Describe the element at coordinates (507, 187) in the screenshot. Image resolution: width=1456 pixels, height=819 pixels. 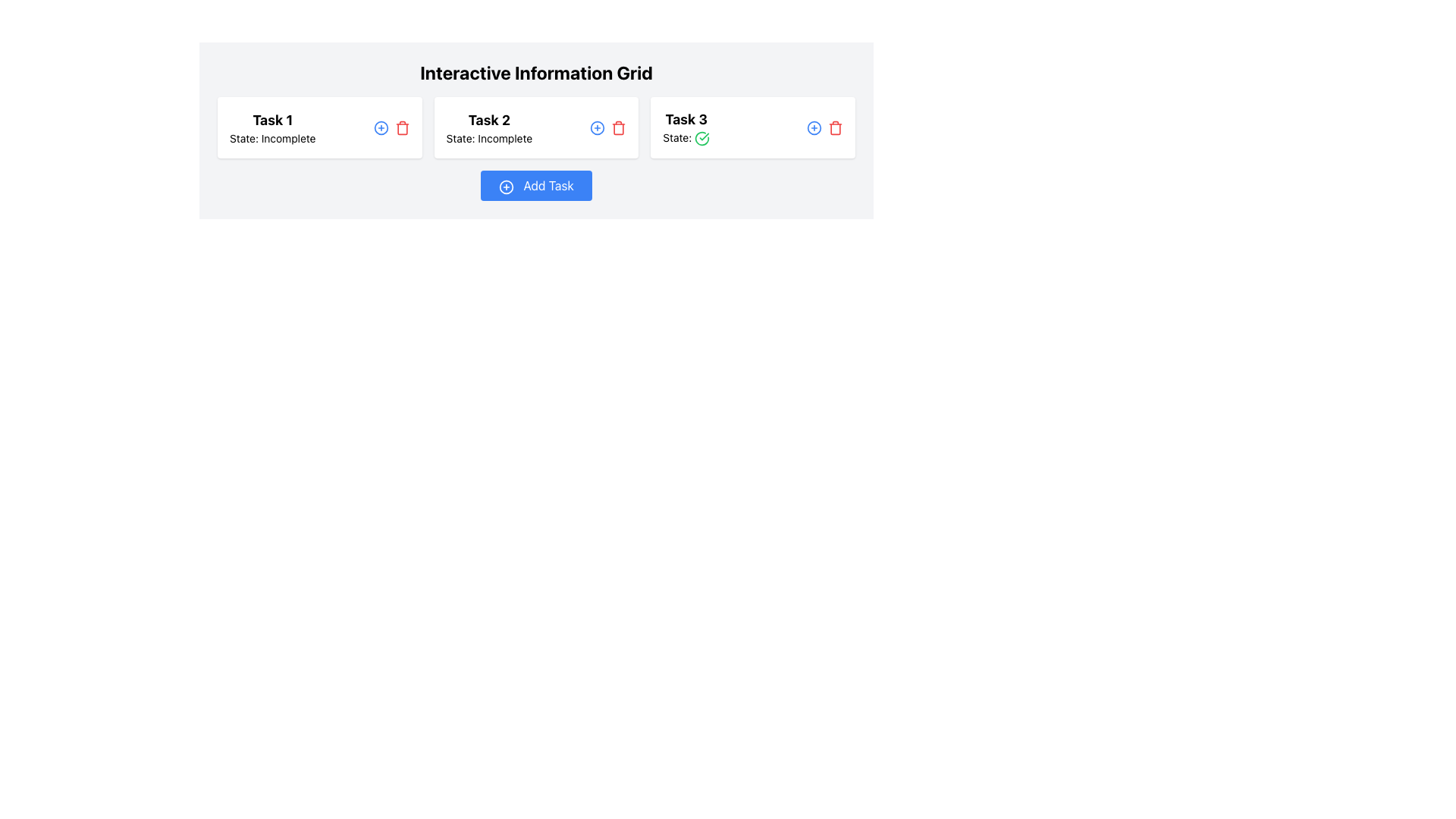
I see `the circular icon that represents the addition function, located to the left of the 'Add Task' button` at that location.